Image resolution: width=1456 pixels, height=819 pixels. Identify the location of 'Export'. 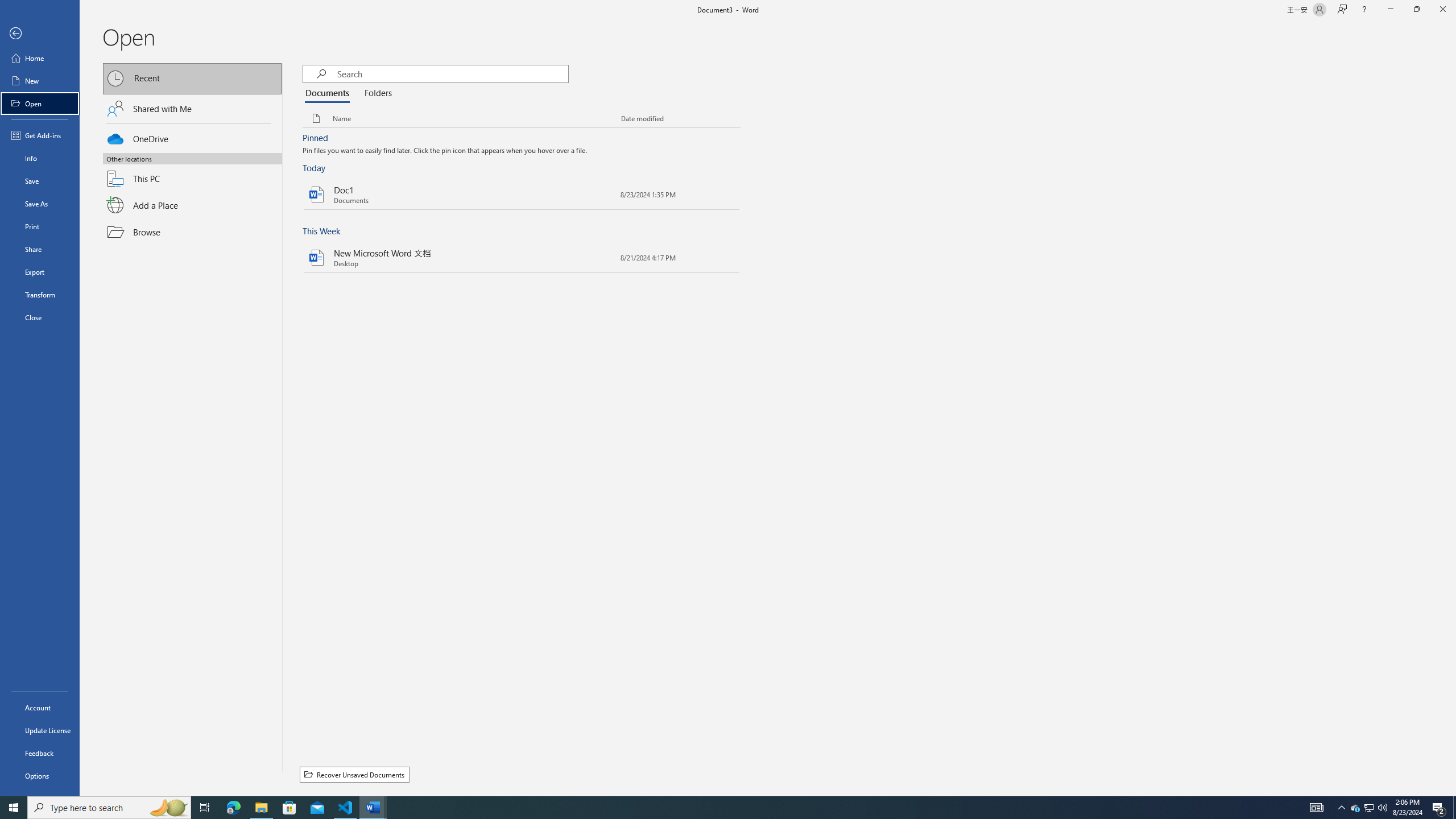
(39, 272).